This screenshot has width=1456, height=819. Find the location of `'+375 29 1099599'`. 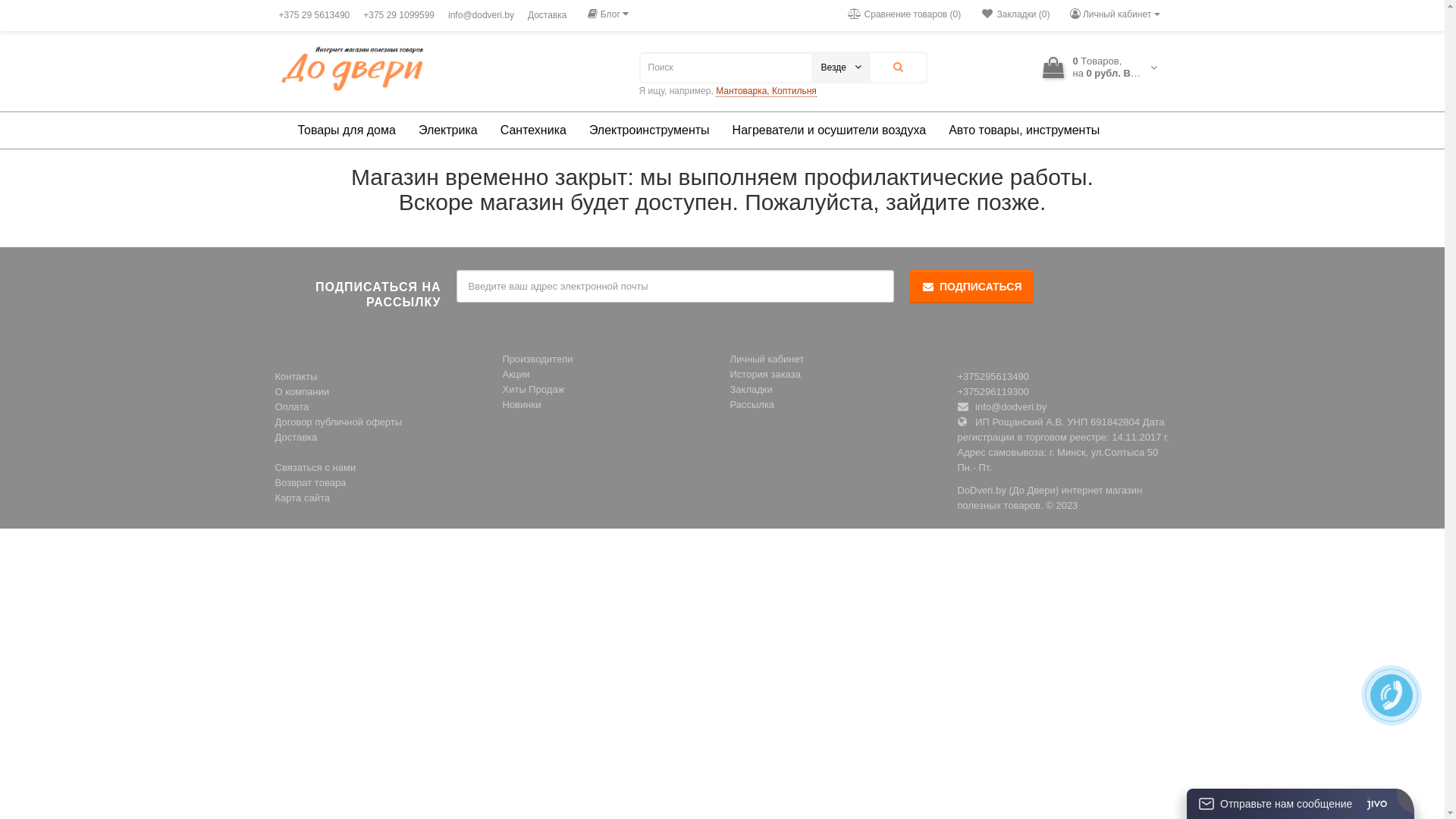

'+375 29 1099599' is located at coordinates (399, 14).